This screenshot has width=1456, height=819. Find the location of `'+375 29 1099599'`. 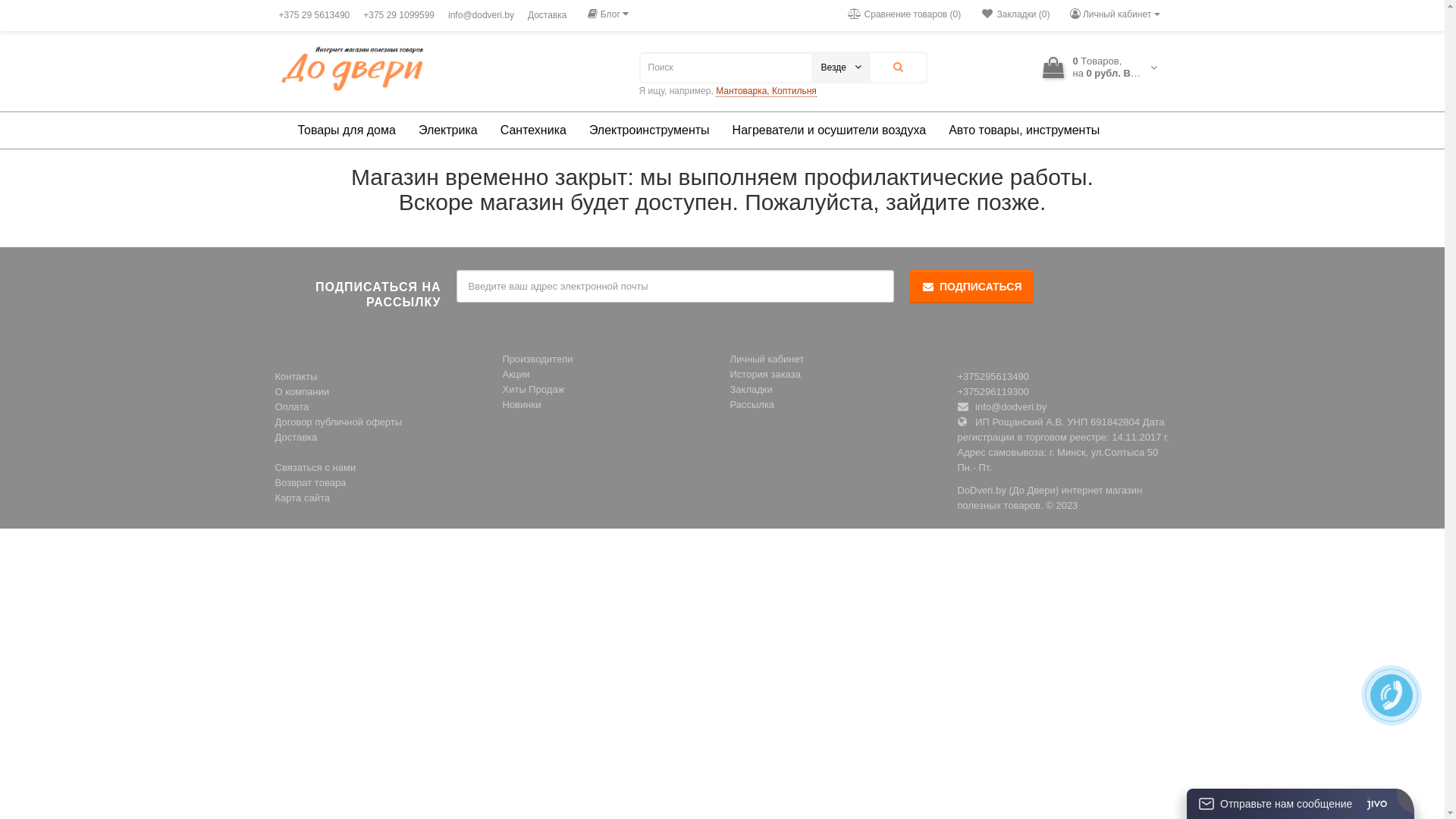

'+375 29 1099599' is located at coordinates (399, 14).